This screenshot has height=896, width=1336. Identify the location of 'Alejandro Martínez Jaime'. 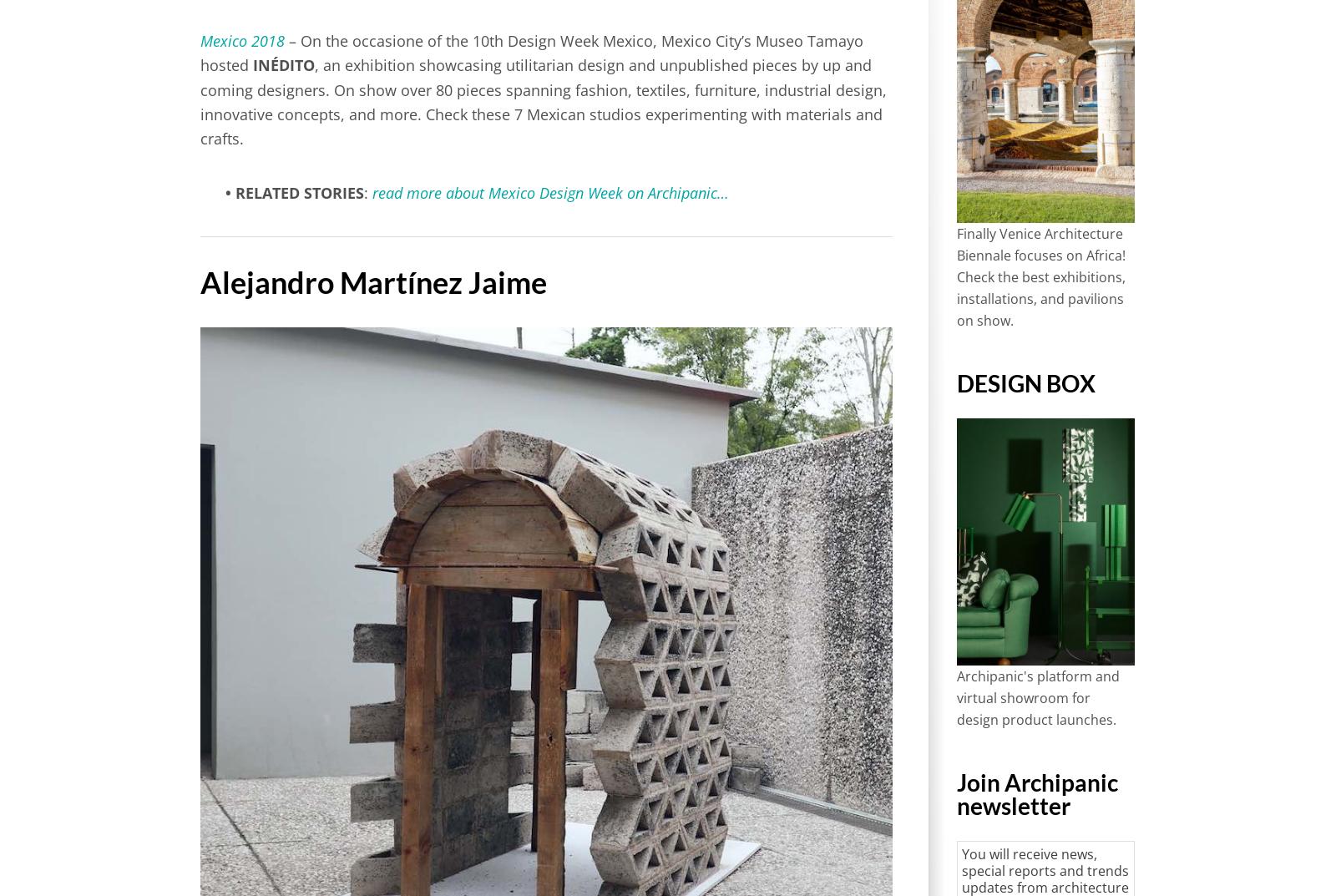
(372, 281).